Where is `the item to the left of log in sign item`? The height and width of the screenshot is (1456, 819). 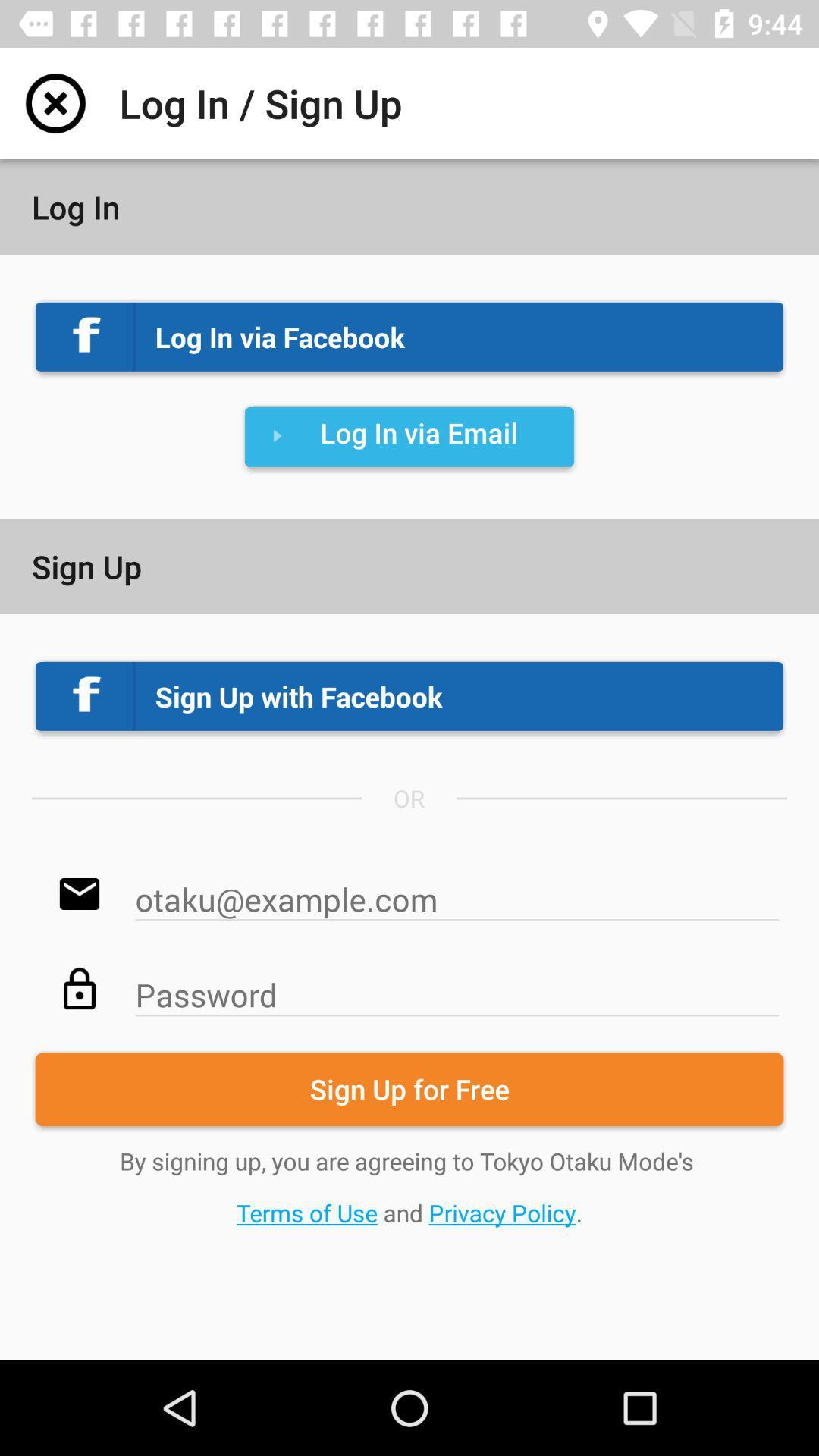
the item to the left of log in sign item is located at coordinates (55, 102).